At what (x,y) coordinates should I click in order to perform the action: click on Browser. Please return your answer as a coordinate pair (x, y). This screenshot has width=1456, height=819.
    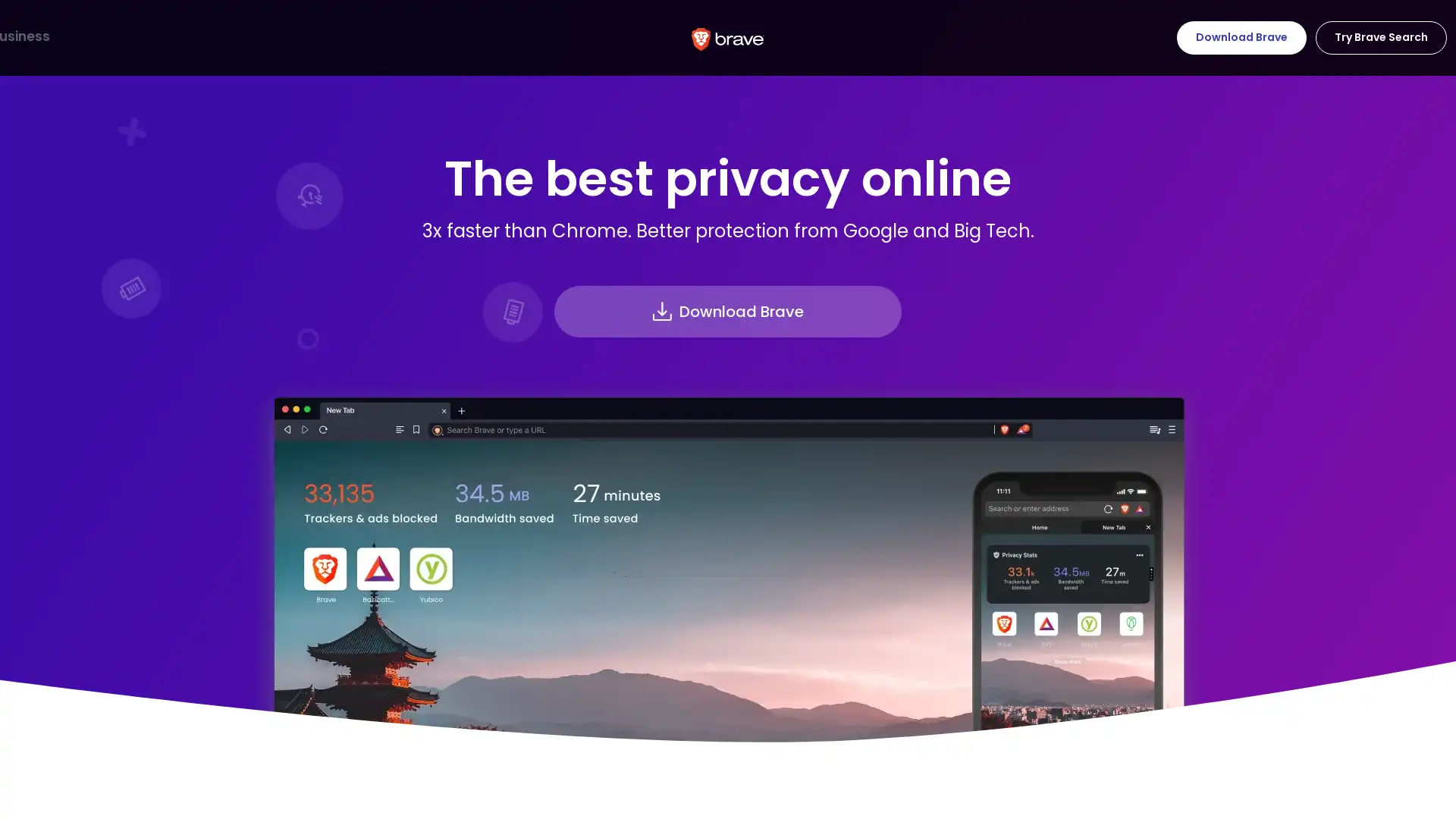
    Looking at the image, I should click on (45, 36).